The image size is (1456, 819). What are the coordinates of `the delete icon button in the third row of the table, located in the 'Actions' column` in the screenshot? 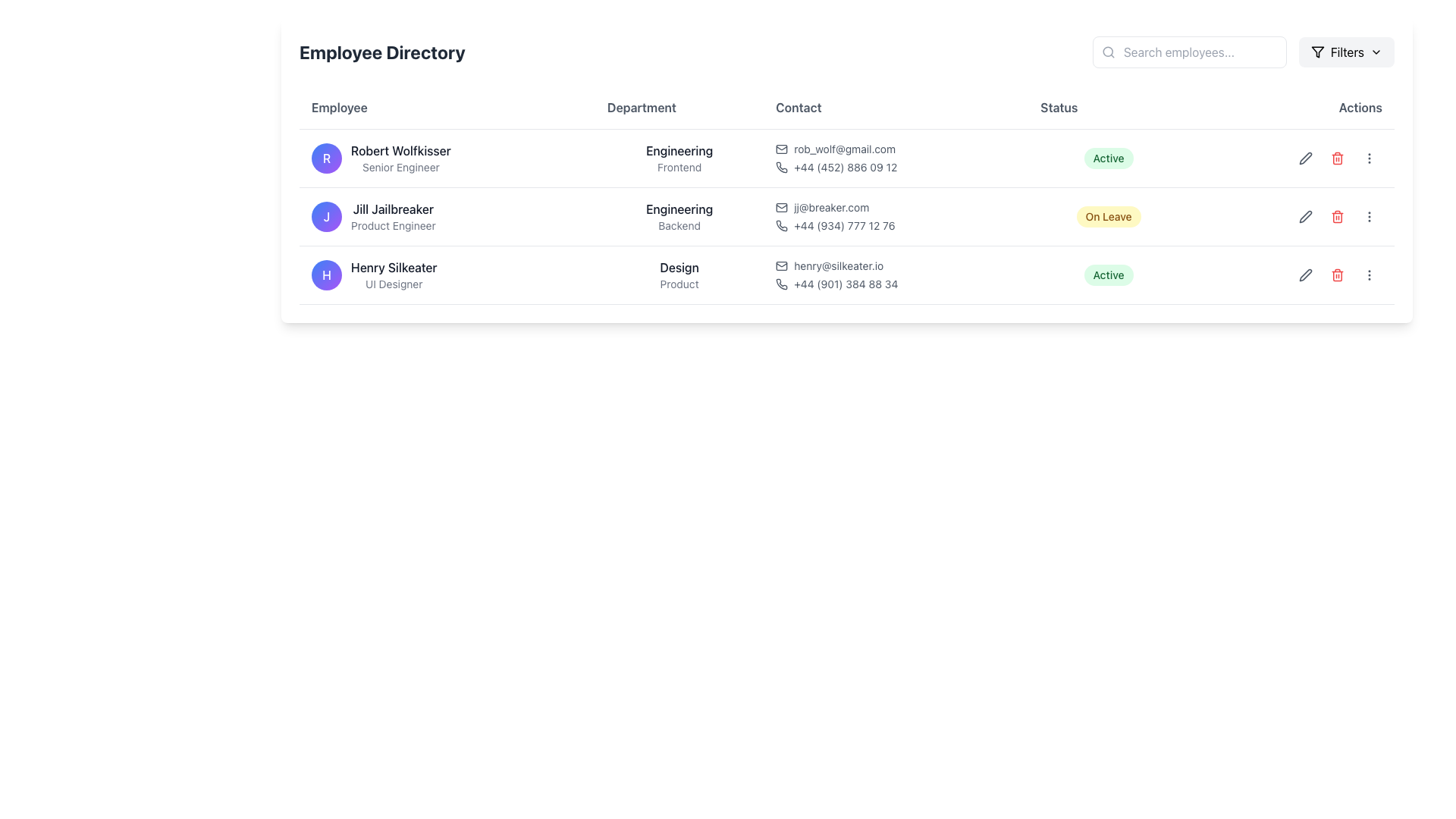 It's located at (1337, 275).